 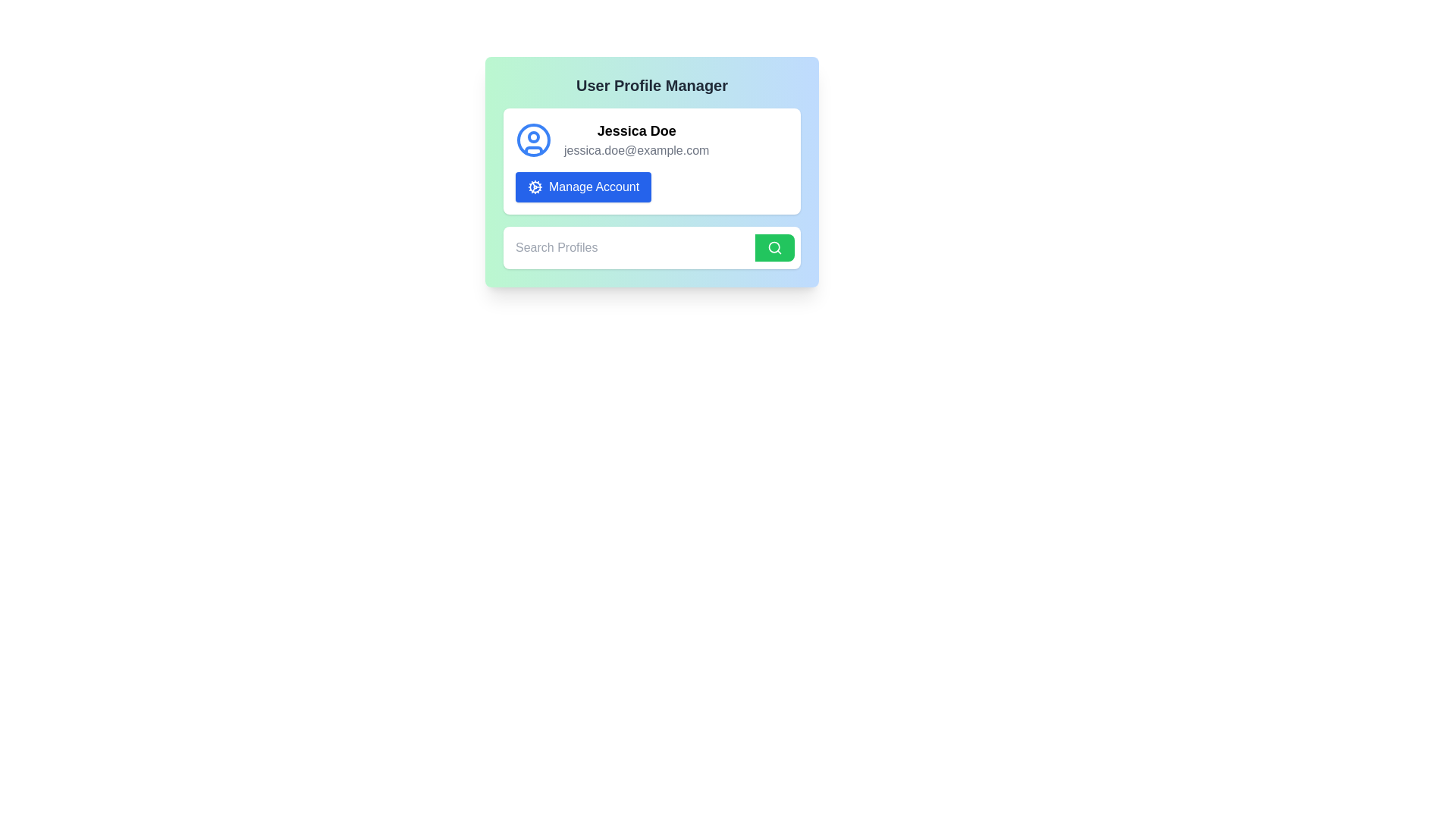 I want to click on the settings icon located to the left of the 'Manage Account' text within the blue button, so click(x=535, y=186).